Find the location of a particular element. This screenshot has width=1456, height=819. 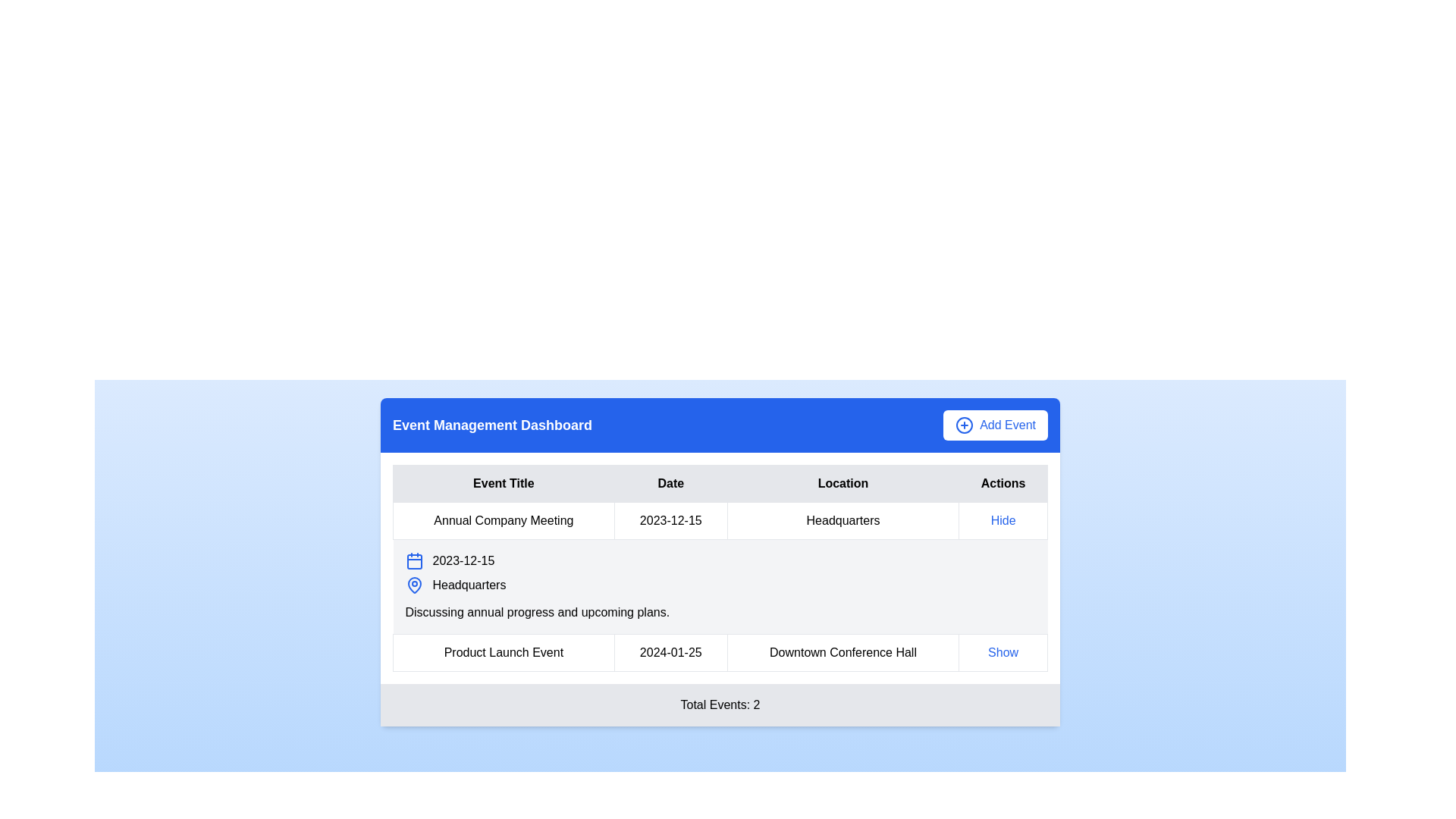

the graphical icon indicating the action is located at coordinates (964, 425).